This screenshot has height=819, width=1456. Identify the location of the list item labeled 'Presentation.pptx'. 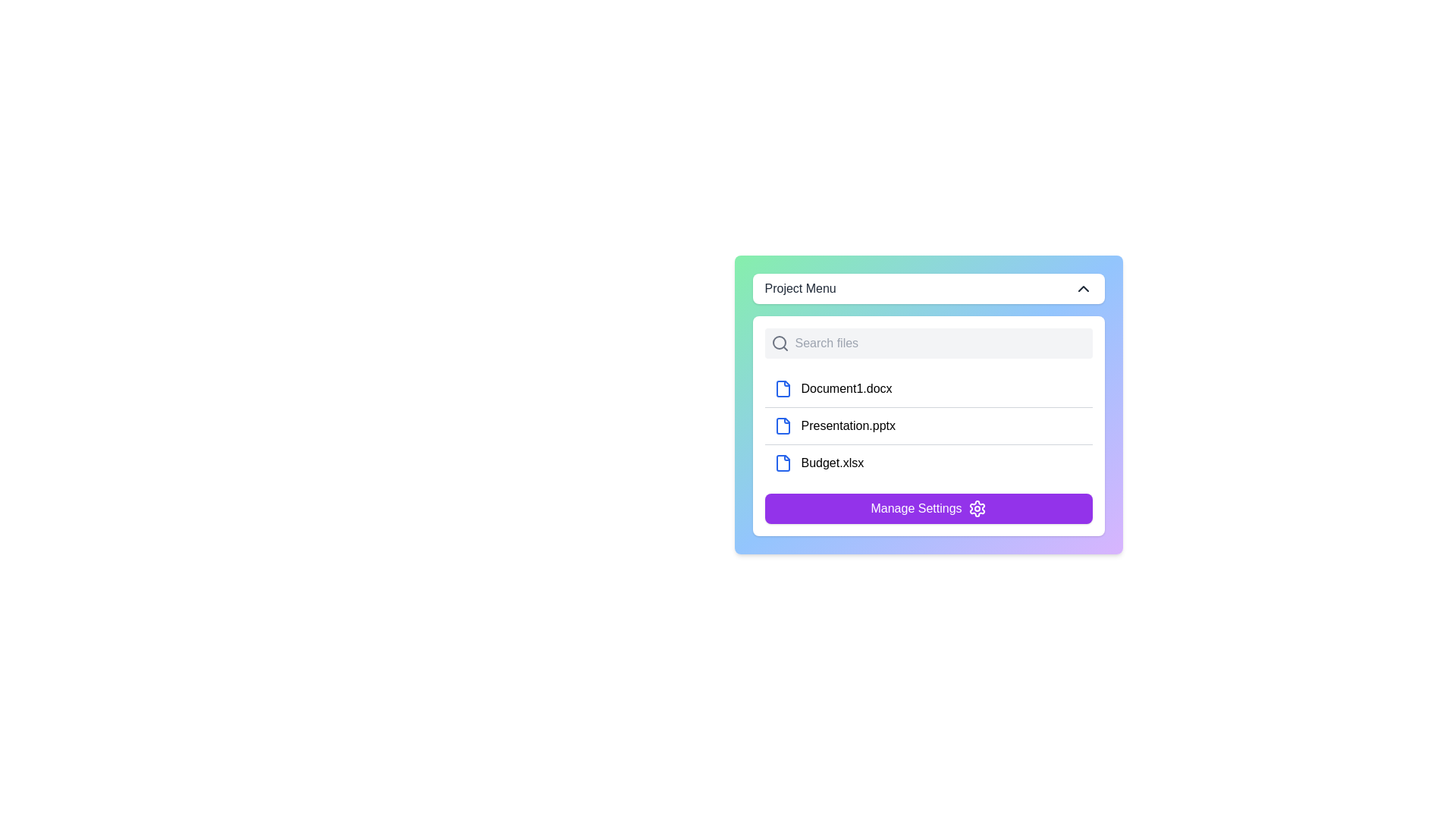
(927, 426).